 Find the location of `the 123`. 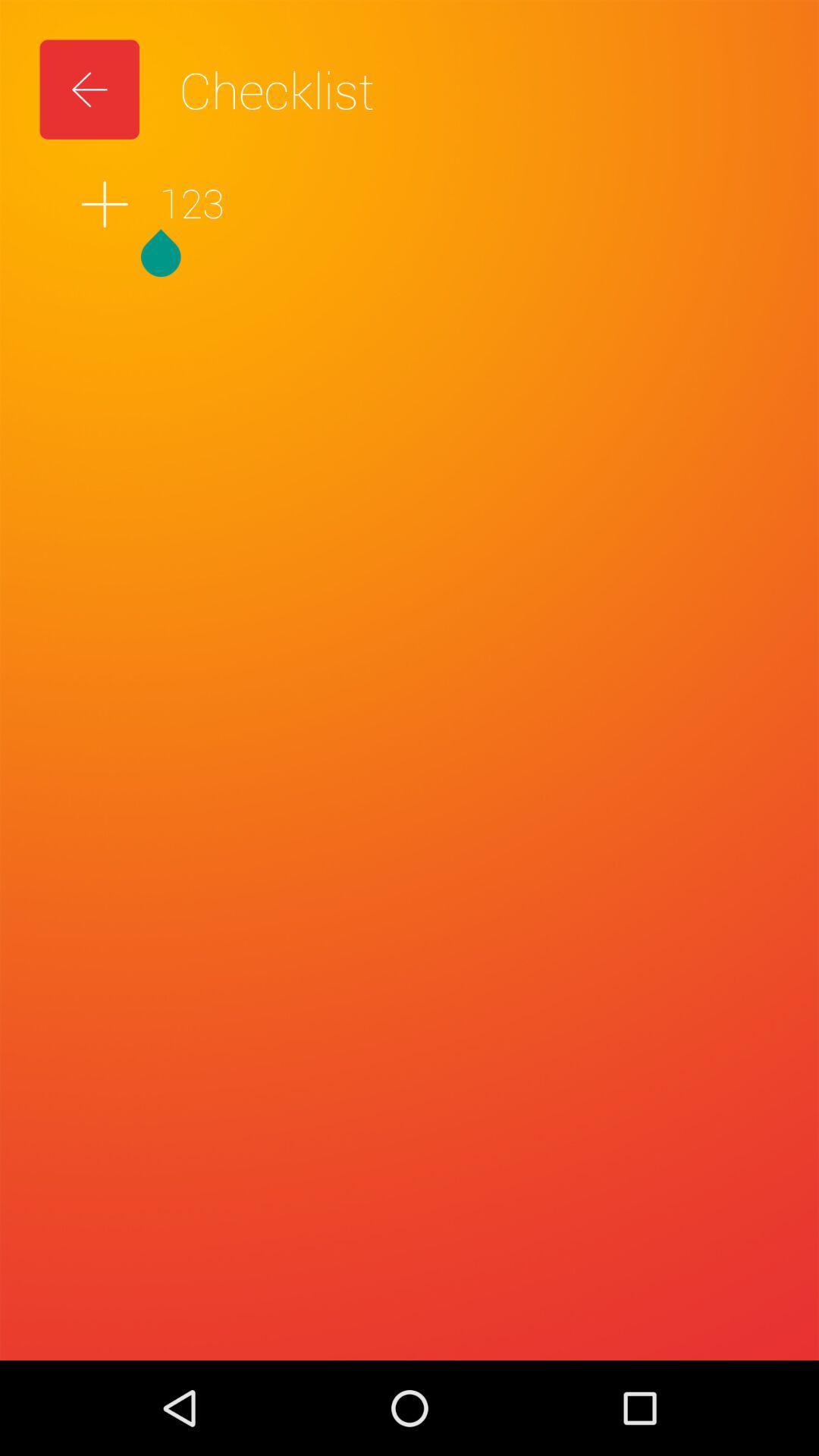

the 123 is located at coordinates (409, 203).